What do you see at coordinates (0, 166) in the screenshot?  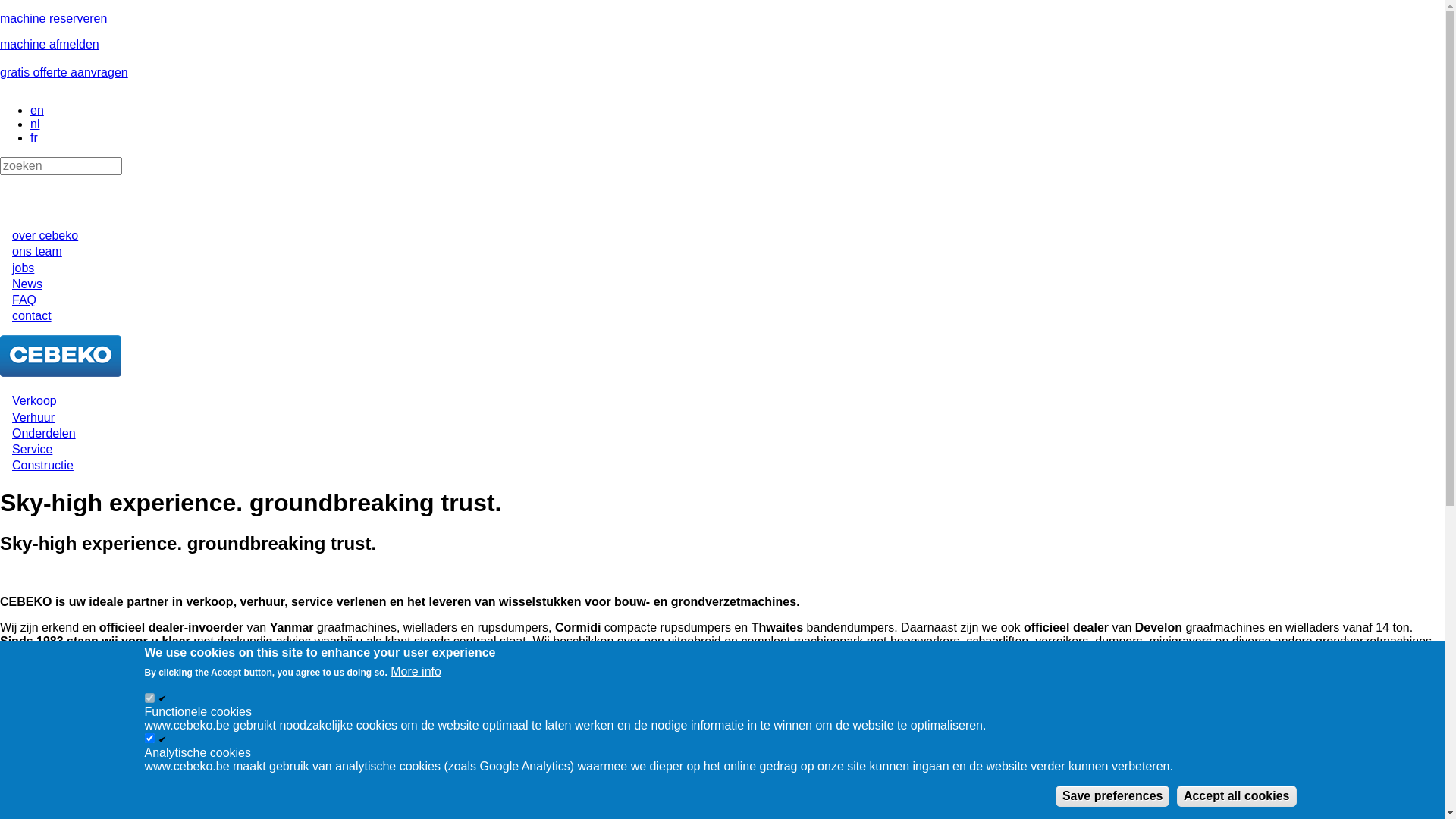 I see `'Geef de woorden op waarnaar u wilt zoeken.'` at bounding box center [0, 166].